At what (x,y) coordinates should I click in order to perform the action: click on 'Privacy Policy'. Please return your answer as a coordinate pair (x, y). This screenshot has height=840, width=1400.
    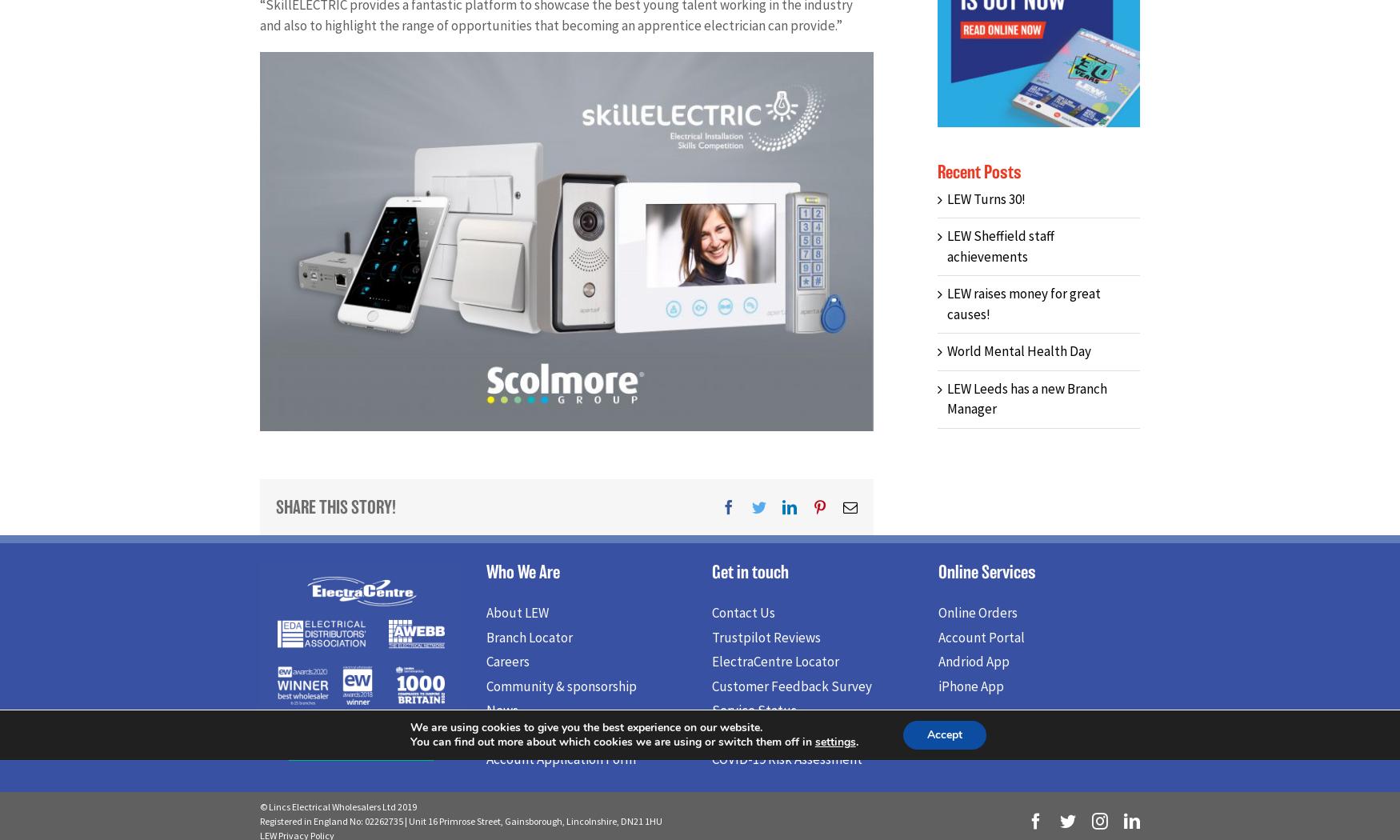
    Looking at the image, I should click on (751, 739).